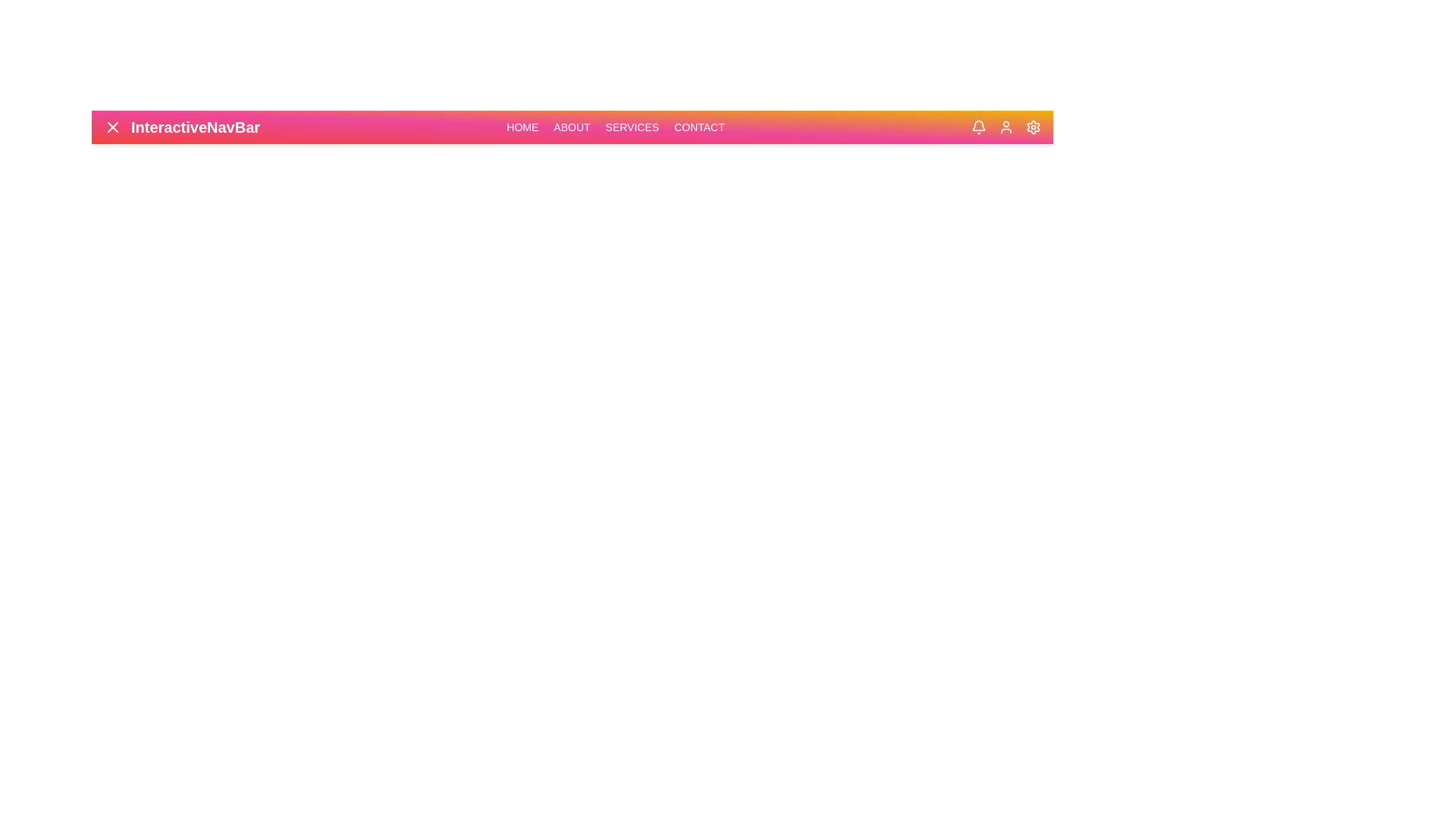  What do you see at coordinates (582, 127) in the screenshot?
I see `the navigation bar to observe its styling` at bounding box center [582, 127].